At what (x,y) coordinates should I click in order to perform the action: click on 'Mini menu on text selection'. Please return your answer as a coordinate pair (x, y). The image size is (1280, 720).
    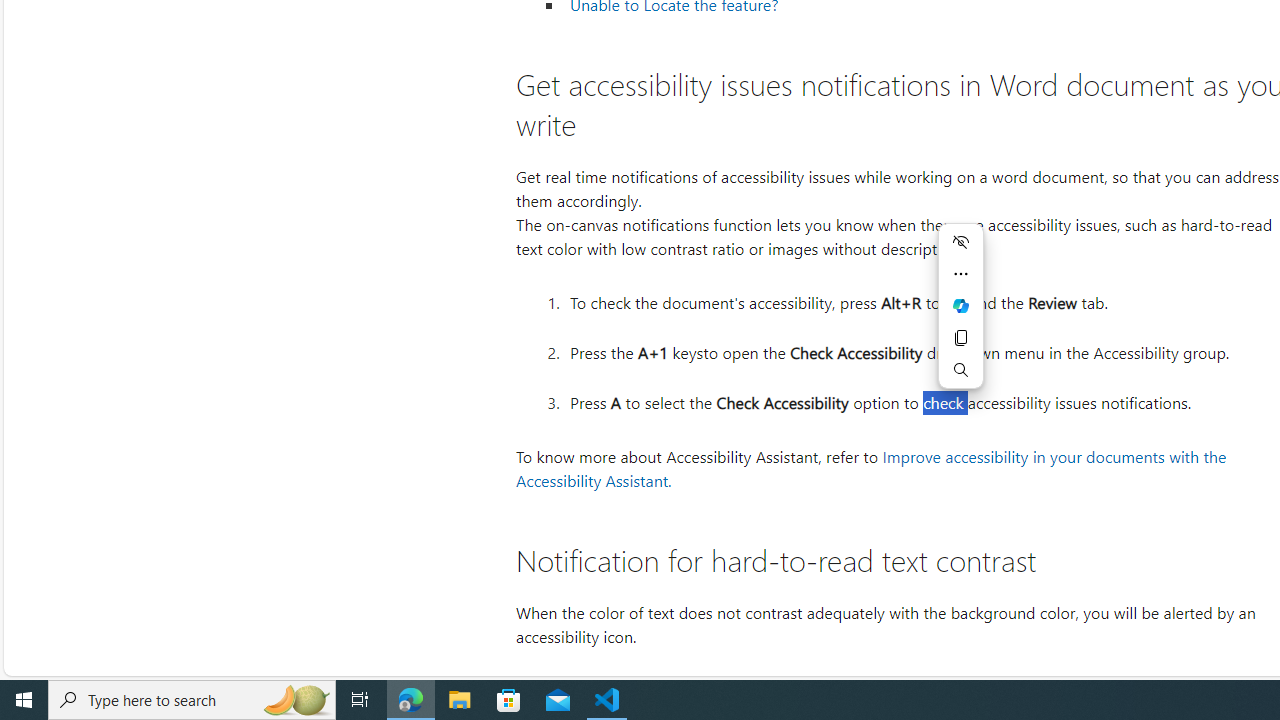
    Looking at the image, I should click on (961, 306).